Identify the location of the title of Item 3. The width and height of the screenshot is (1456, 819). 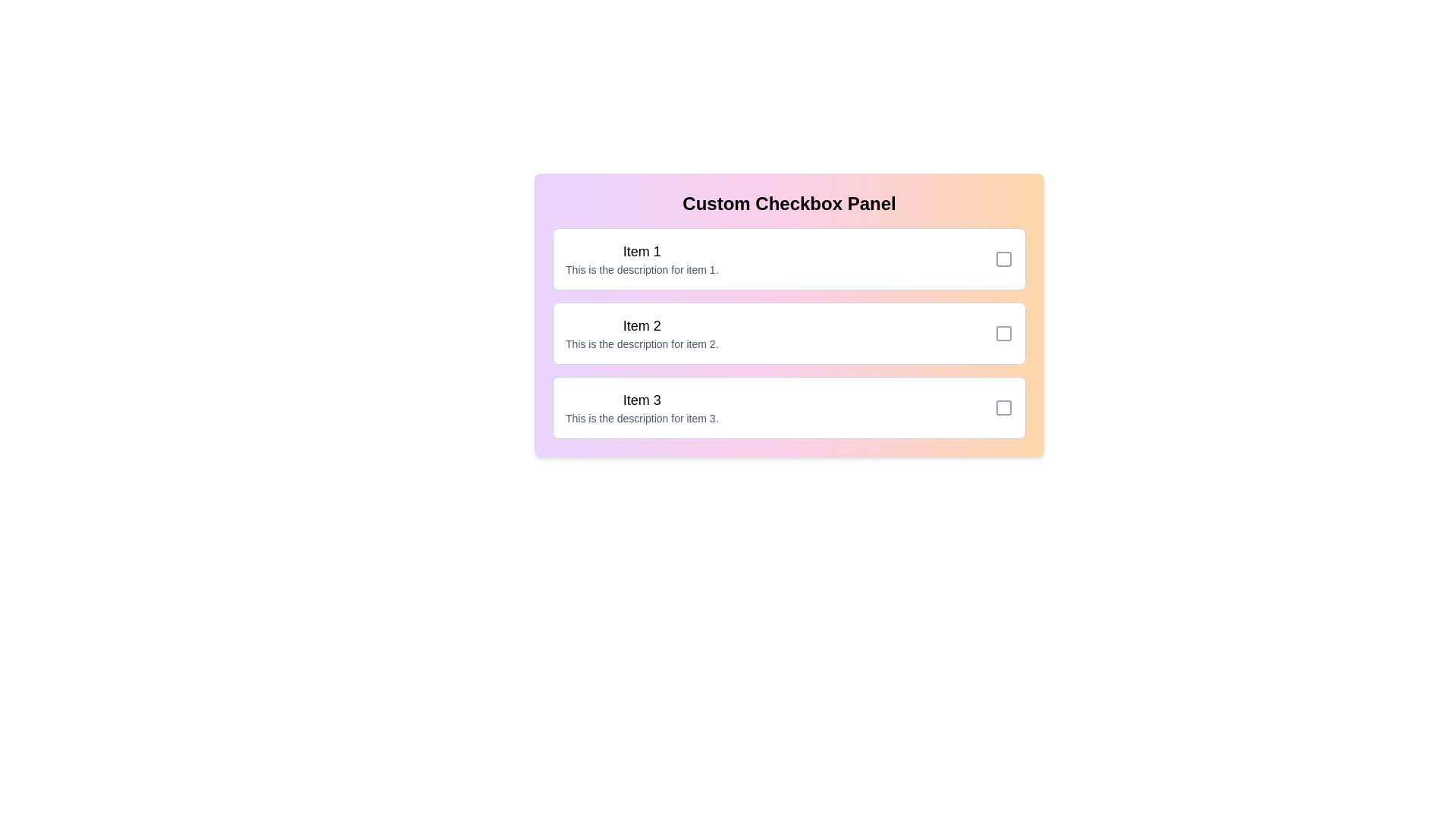
(642, 400).